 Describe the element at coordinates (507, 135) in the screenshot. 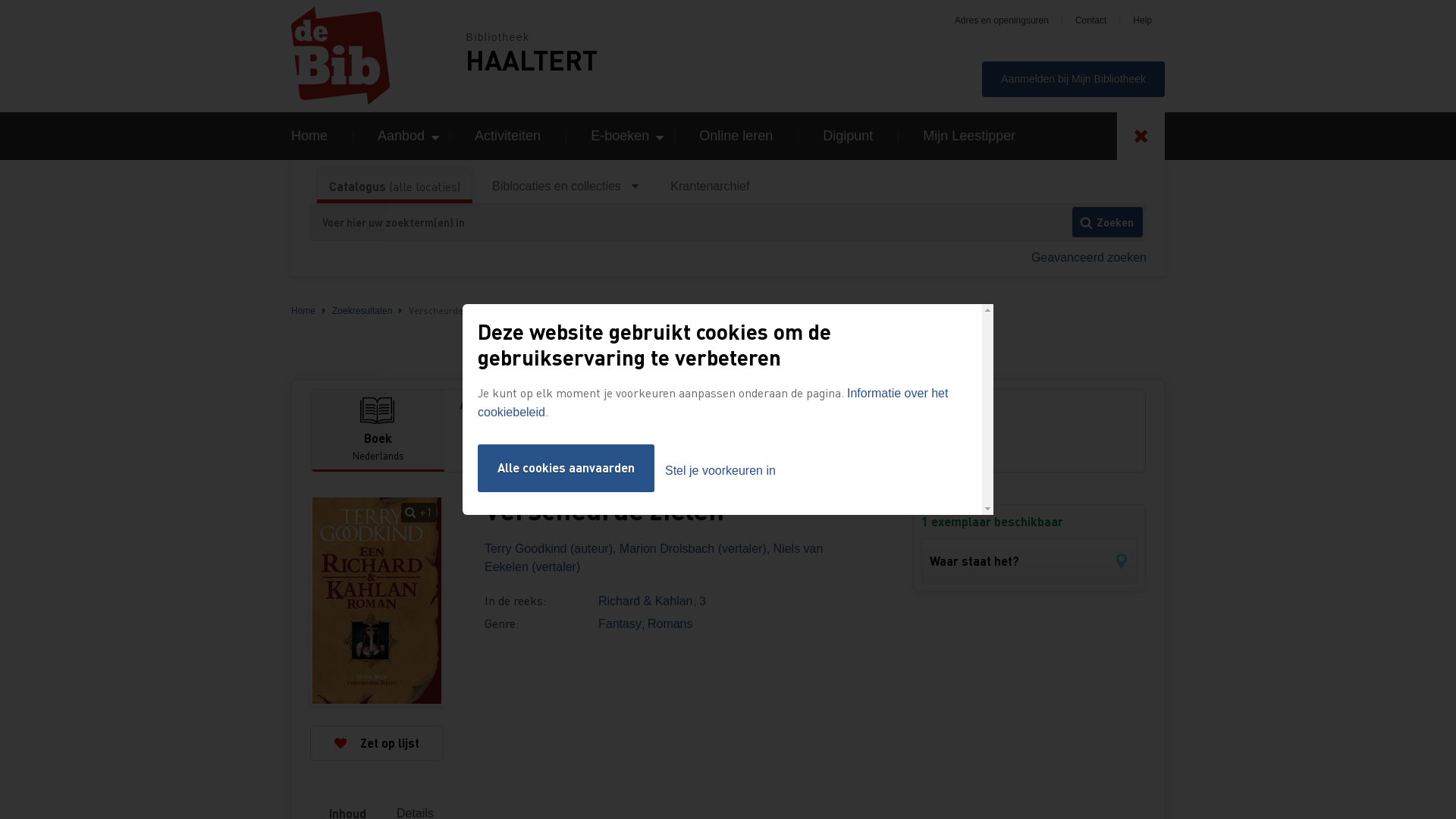

I see `'Activiteiten'` at that location.